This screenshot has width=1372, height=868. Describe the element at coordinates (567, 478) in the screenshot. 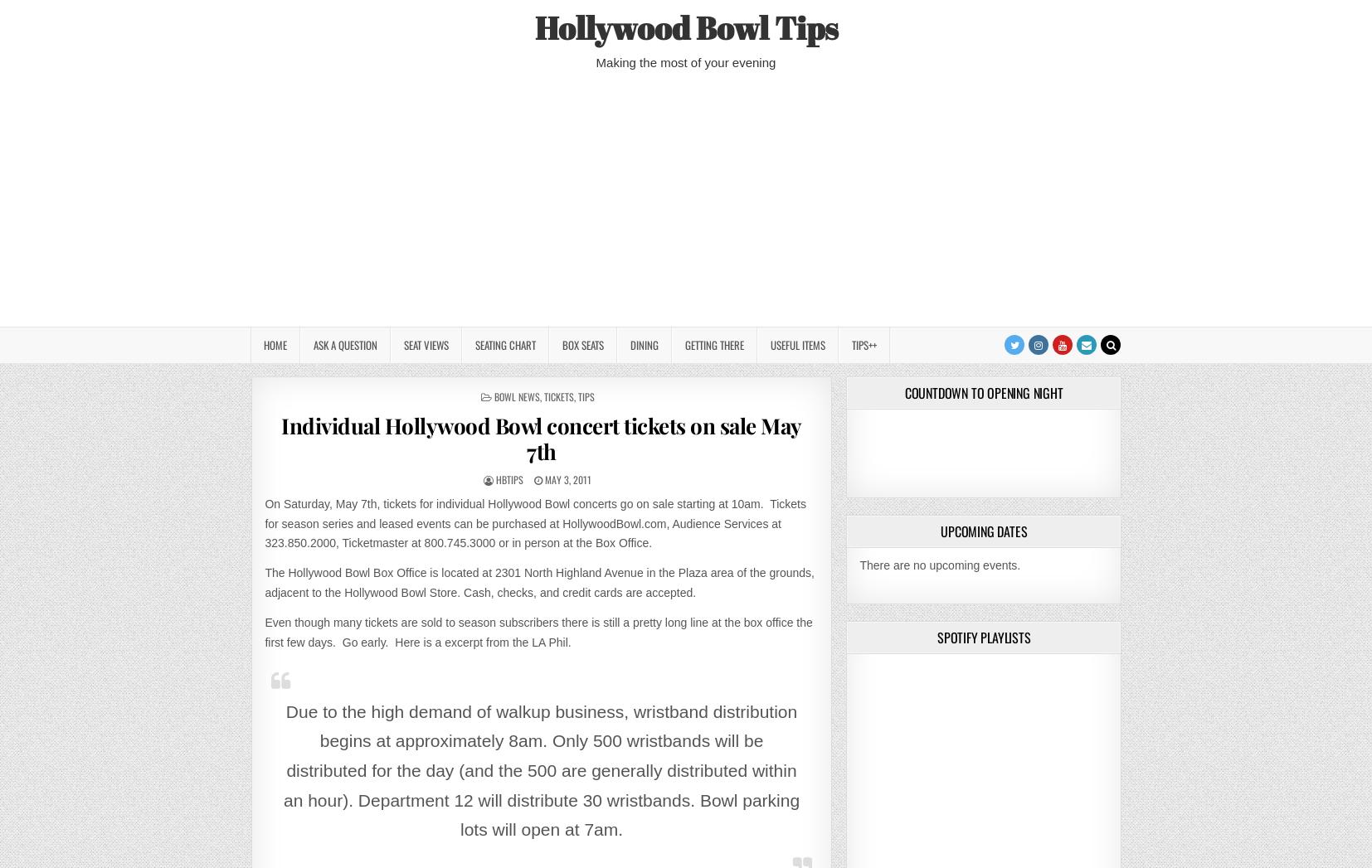

I see `'May 3, 2011'` at that location.